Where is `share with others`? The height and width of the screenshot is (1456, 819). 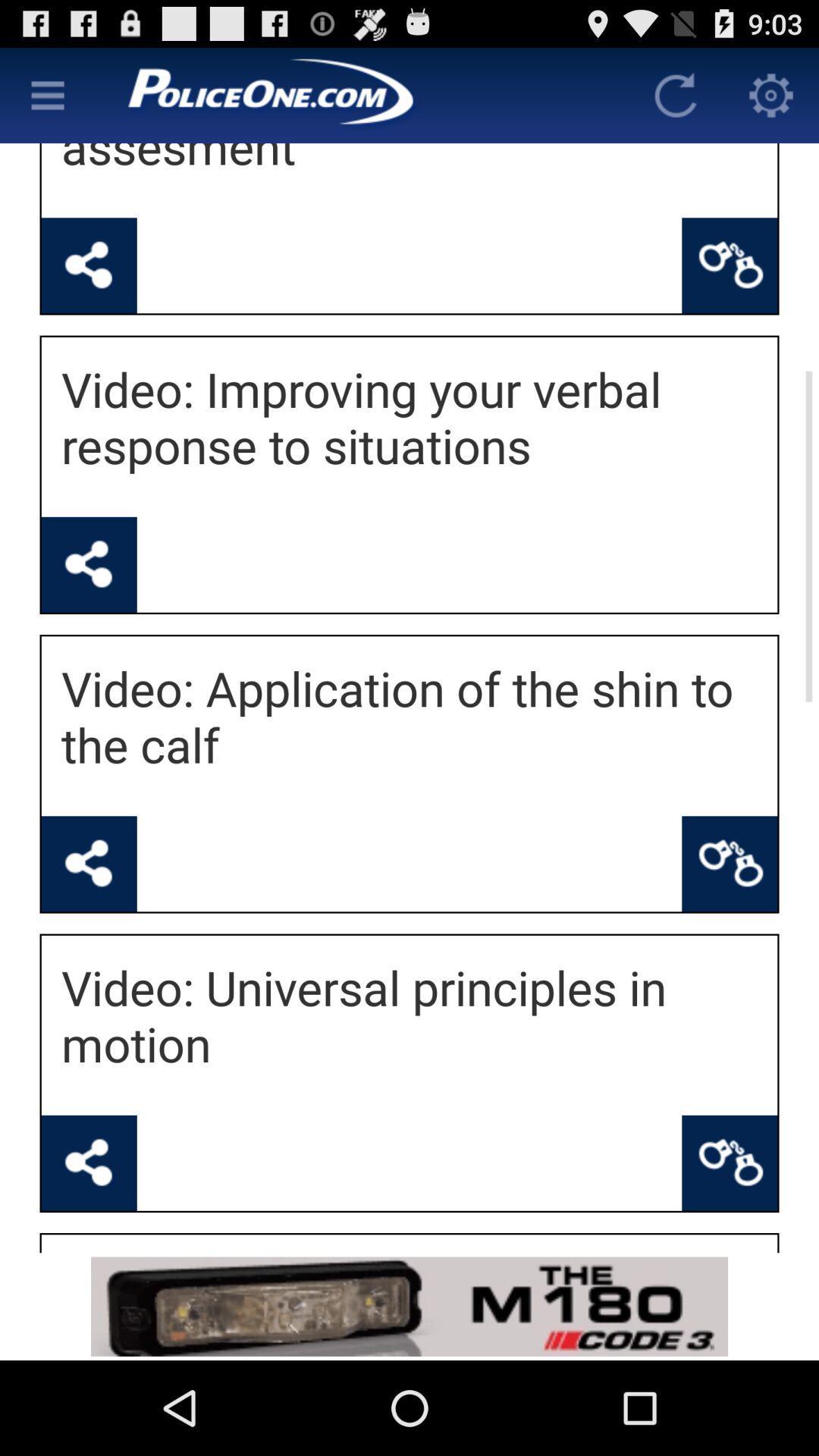 share with others is located at coordinates (89, 265).